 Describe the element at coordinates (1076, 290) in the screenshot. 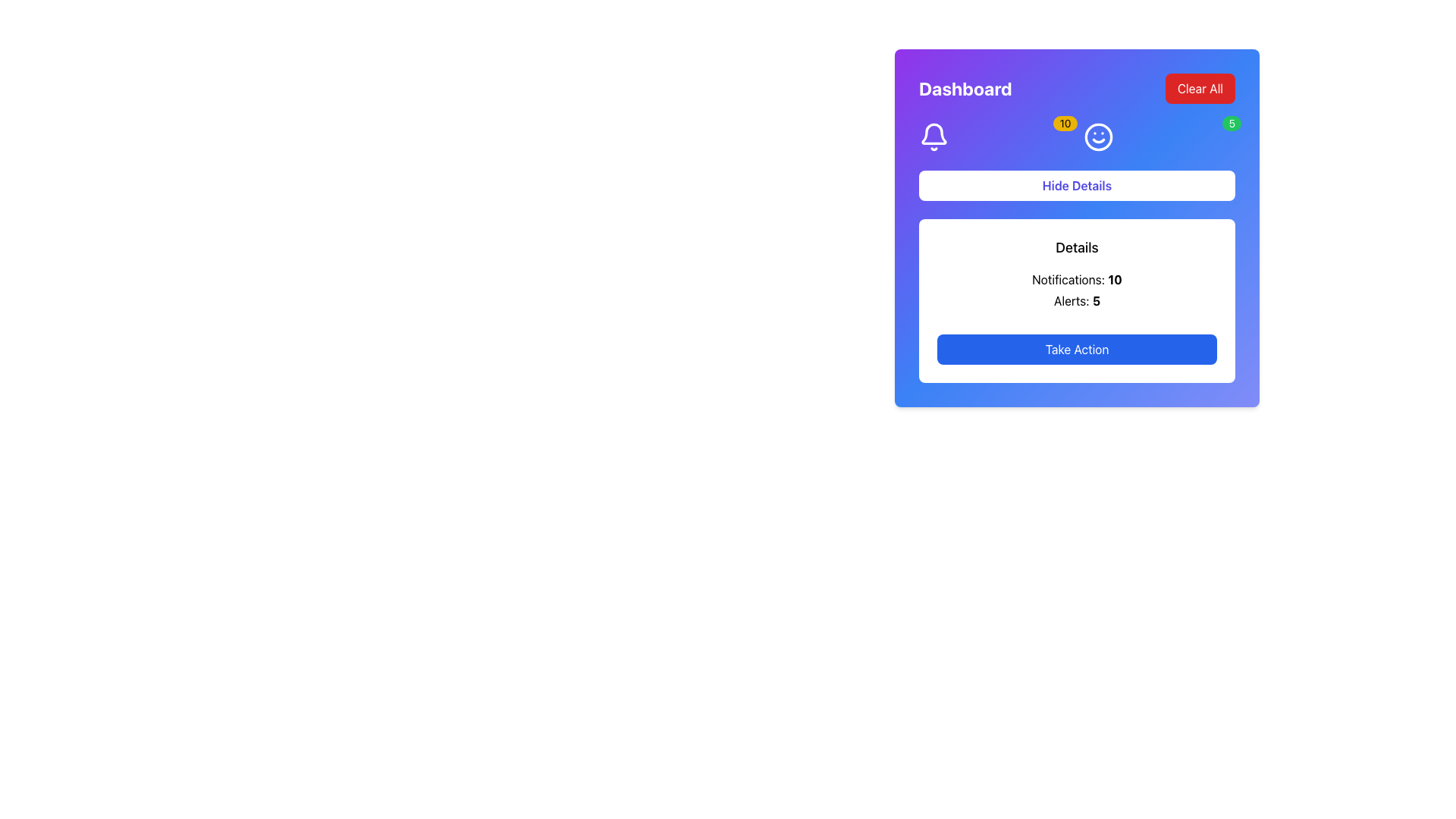

I see `the Information Display element that shows 'Notifications: 10' and 'Alerts: 5' located in the card titled 'Details', positioned below the title and above the 'Take Action' button` at that location.